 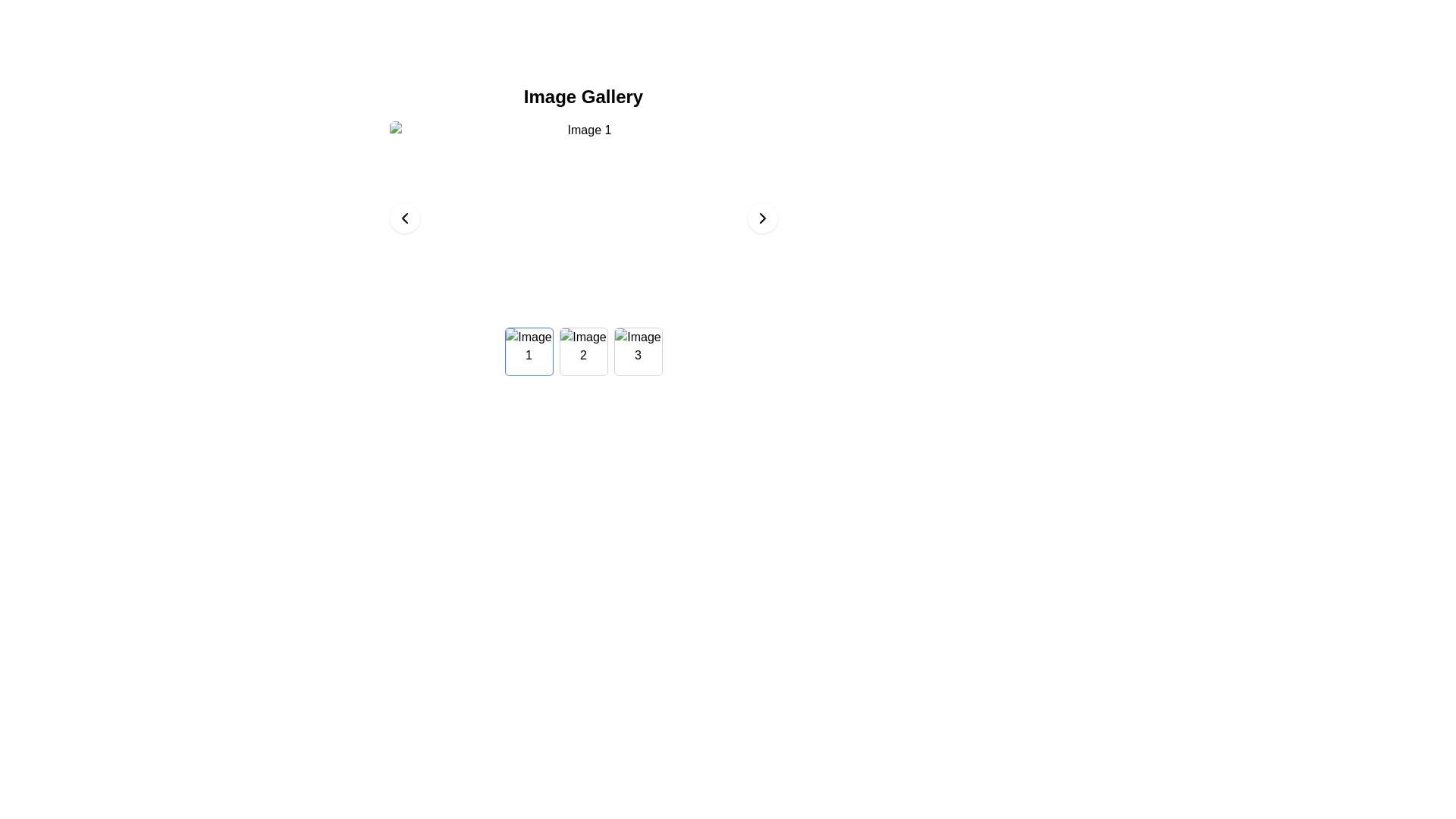 What do you see at coordinates (638, 351) in the screenshot?
I see `the selectable thumbnail image in the third position of the row` at bounding box center [638, 351].